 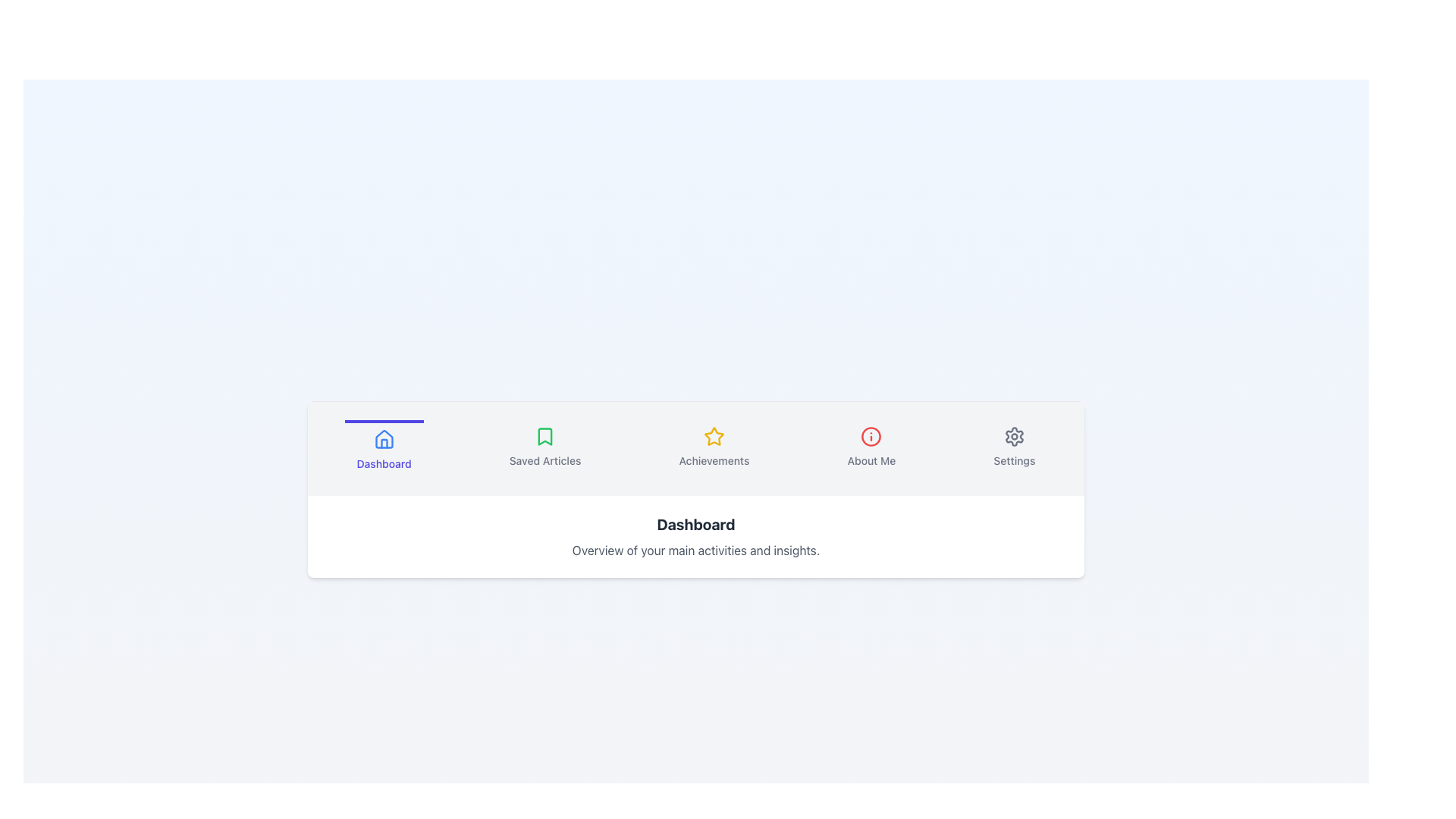 What do you see at coordinates (545, 436) in the screenshot?
I see `the bookmark-shaped icon with a downward-pointing chevron, styled in green, located above the 'Saved Articles' text` at bounding box center [545, 436].